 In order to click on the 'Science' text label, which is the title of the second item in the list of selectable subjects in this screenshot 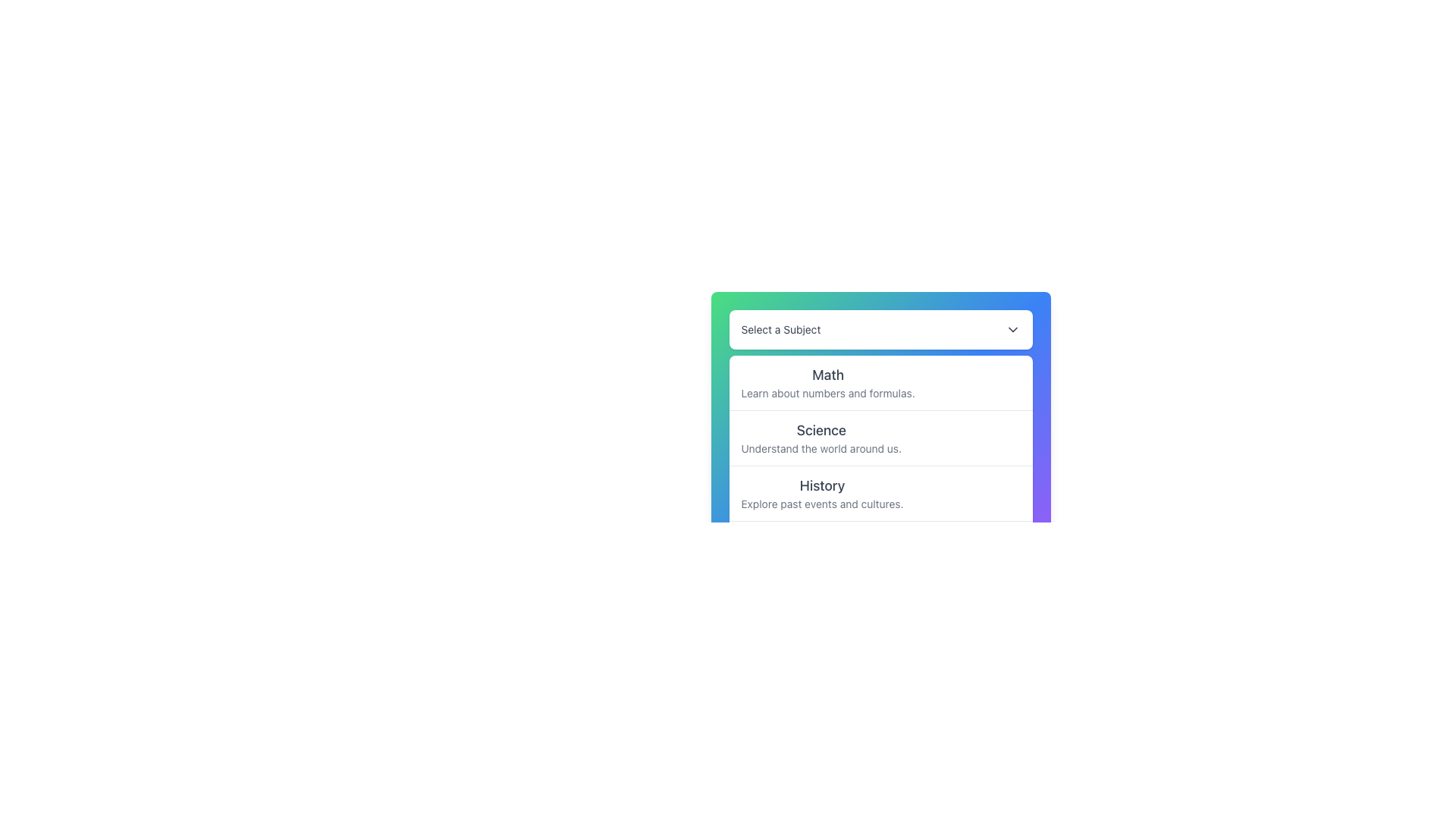, I will do `click(821, 430)`.